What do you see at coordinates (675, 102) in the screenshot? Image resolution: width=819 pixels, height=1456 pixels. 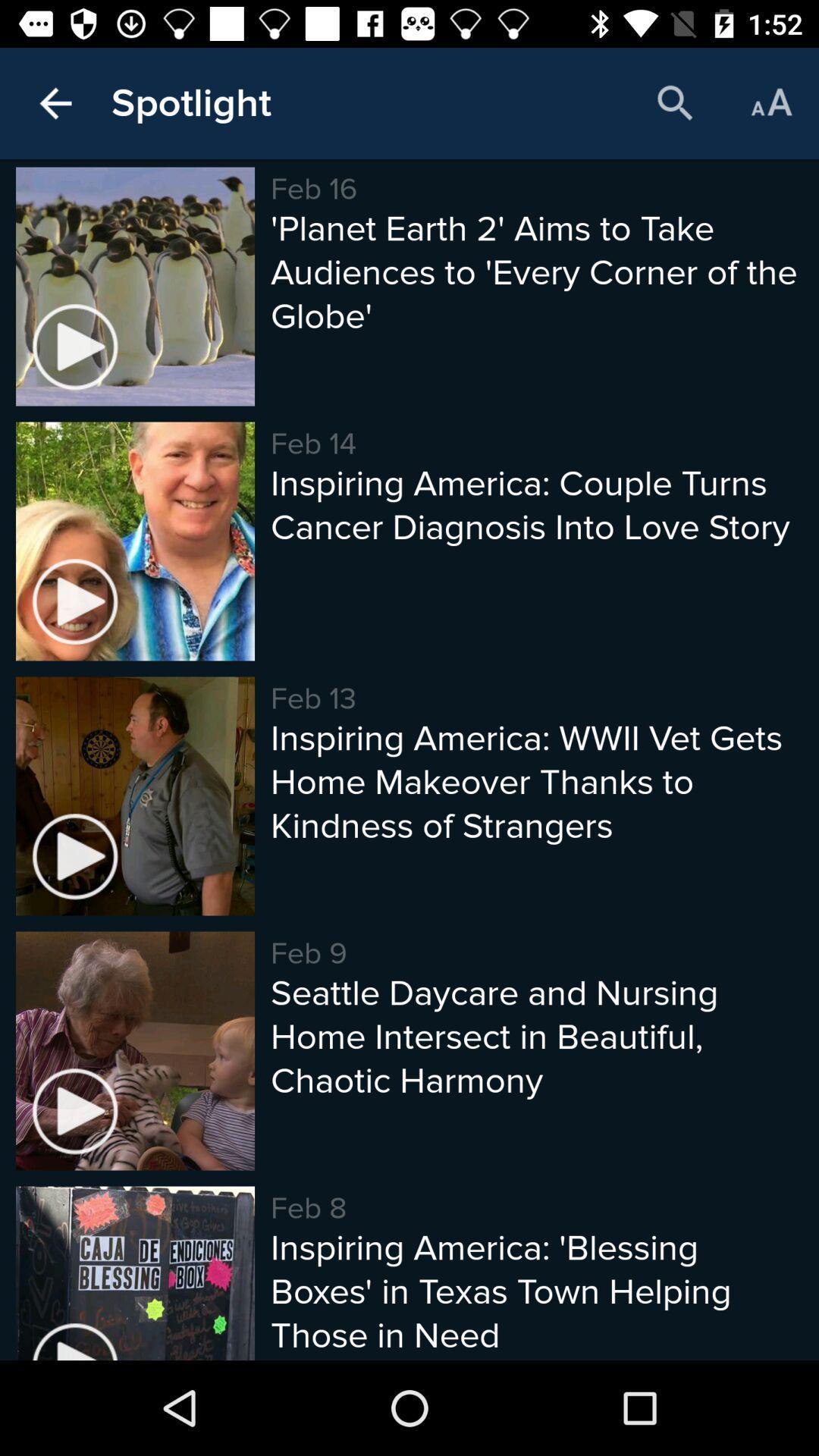 I see `the icon to the right of spotlight` at bounding box center [675, 102].